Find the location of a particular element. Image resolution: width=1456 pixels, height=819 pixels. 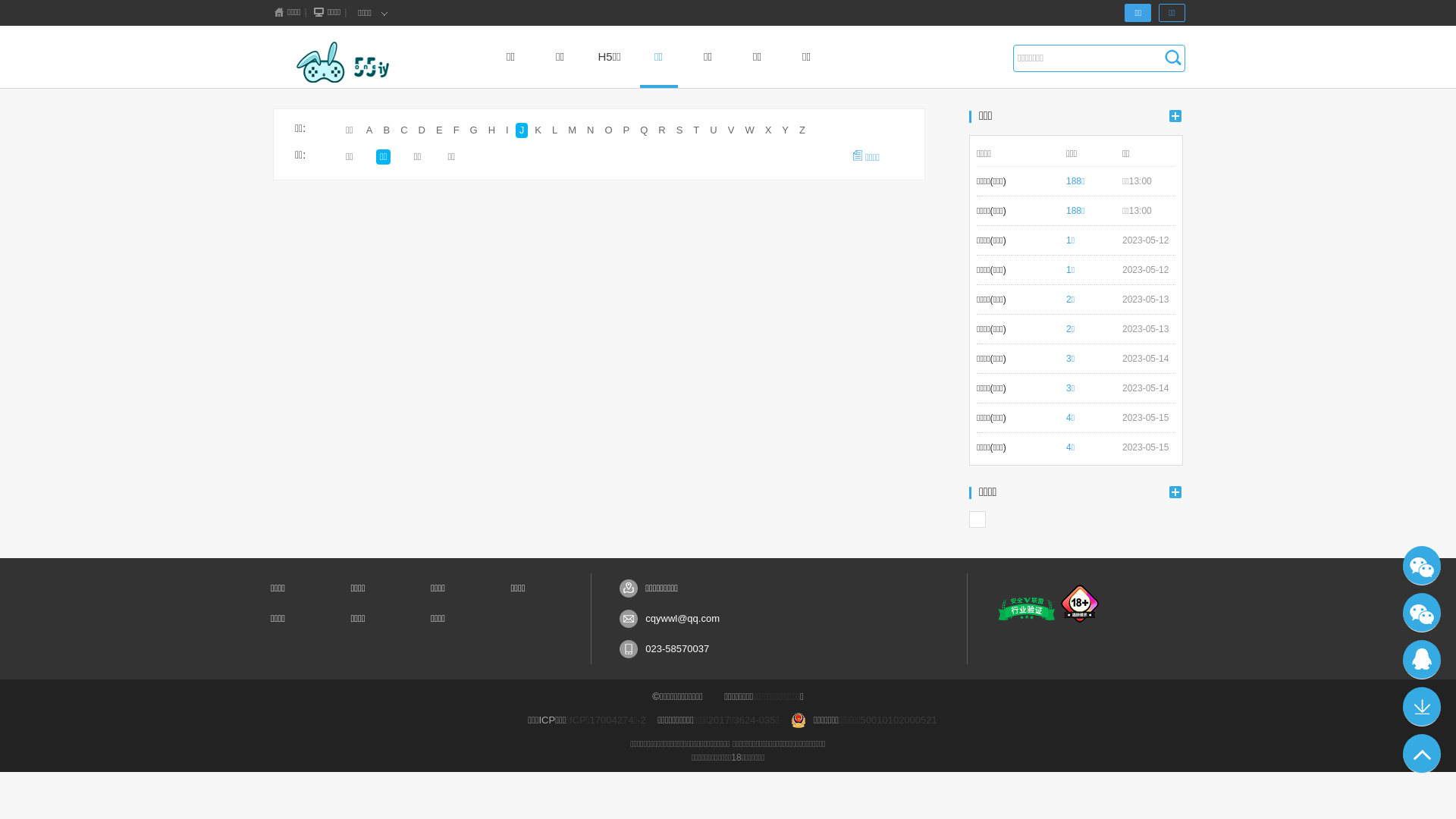

'D' is located at coordinates (422, 130).